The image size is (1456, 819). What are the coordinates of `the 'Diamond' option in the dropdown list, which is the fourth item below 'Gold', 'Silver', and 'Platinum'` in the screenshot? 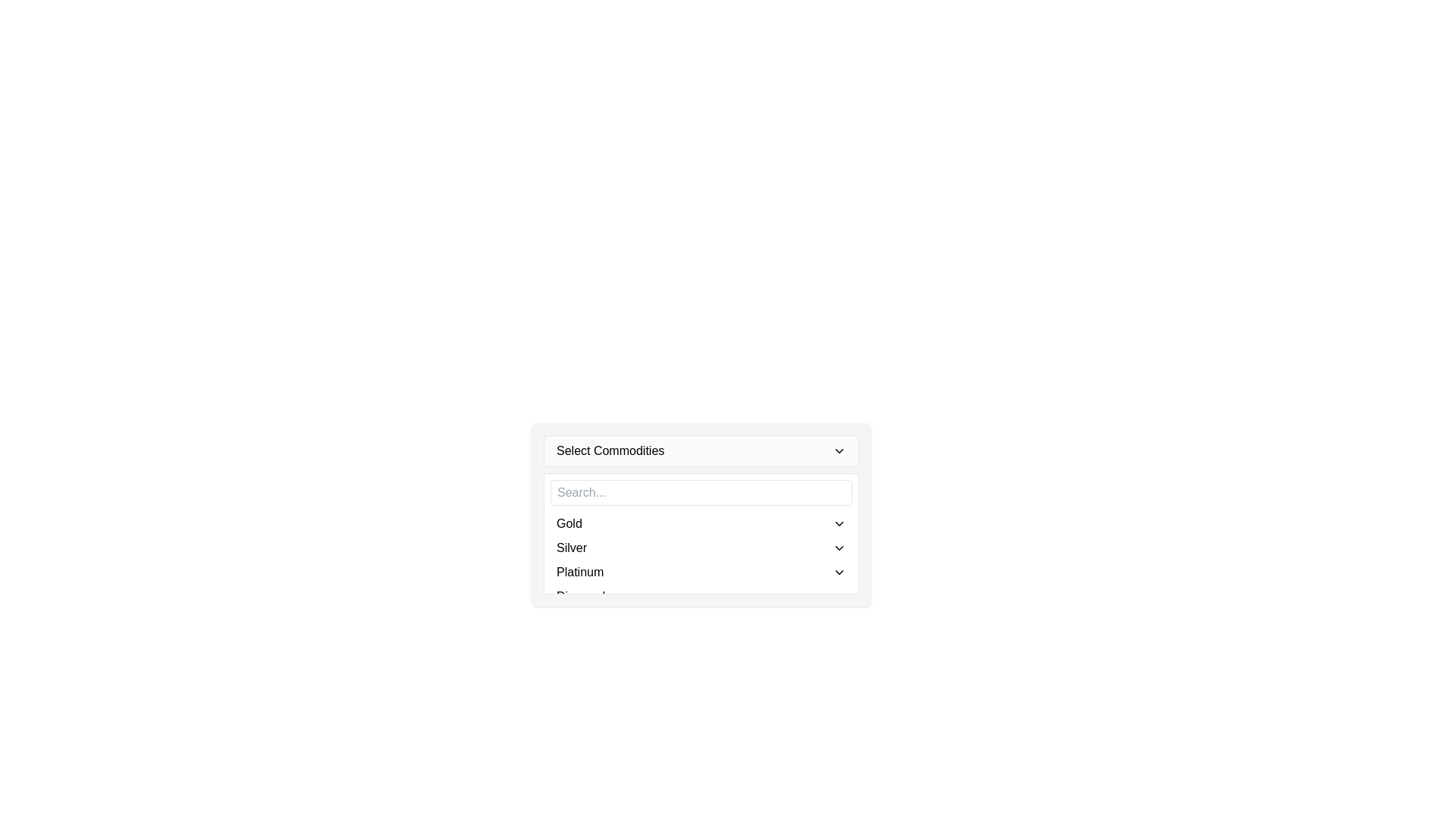 It's located at (701, 595).